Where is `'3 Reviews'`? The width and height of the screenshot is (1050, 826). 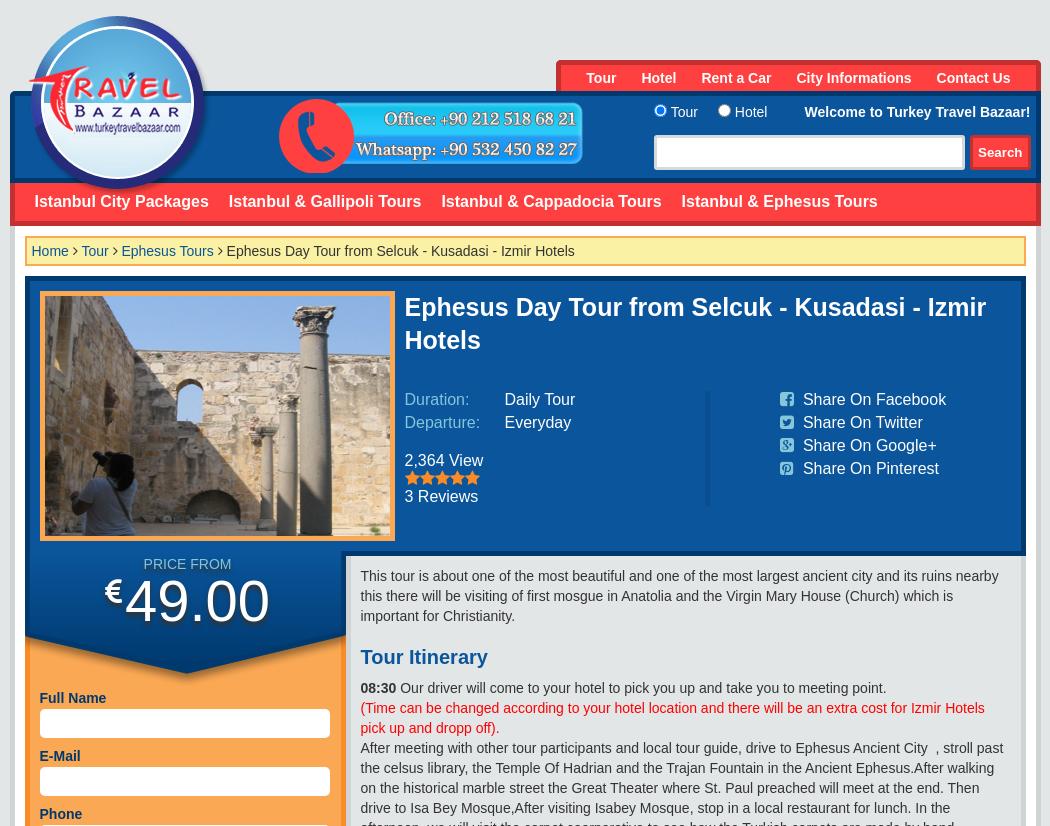
'3 Reviews' is located at coordinates (440, 496).